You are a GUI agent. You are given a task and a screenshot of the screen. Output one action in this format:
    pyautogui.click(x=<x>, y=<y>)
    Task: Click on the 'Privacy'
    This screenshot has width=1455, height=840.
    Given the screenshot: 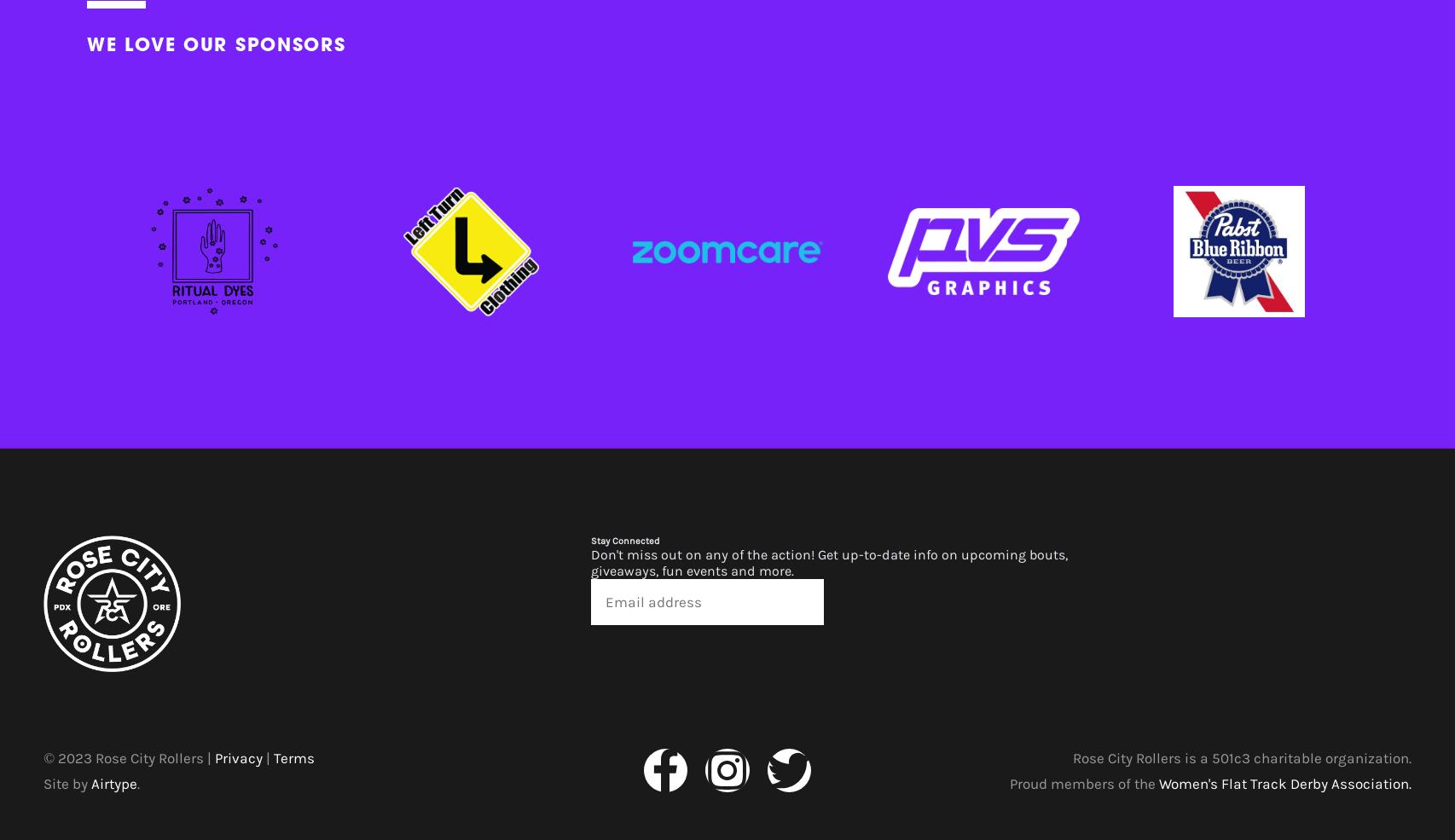 What is the action you would take?
    pyautogui.click(x=214, y=756)
    